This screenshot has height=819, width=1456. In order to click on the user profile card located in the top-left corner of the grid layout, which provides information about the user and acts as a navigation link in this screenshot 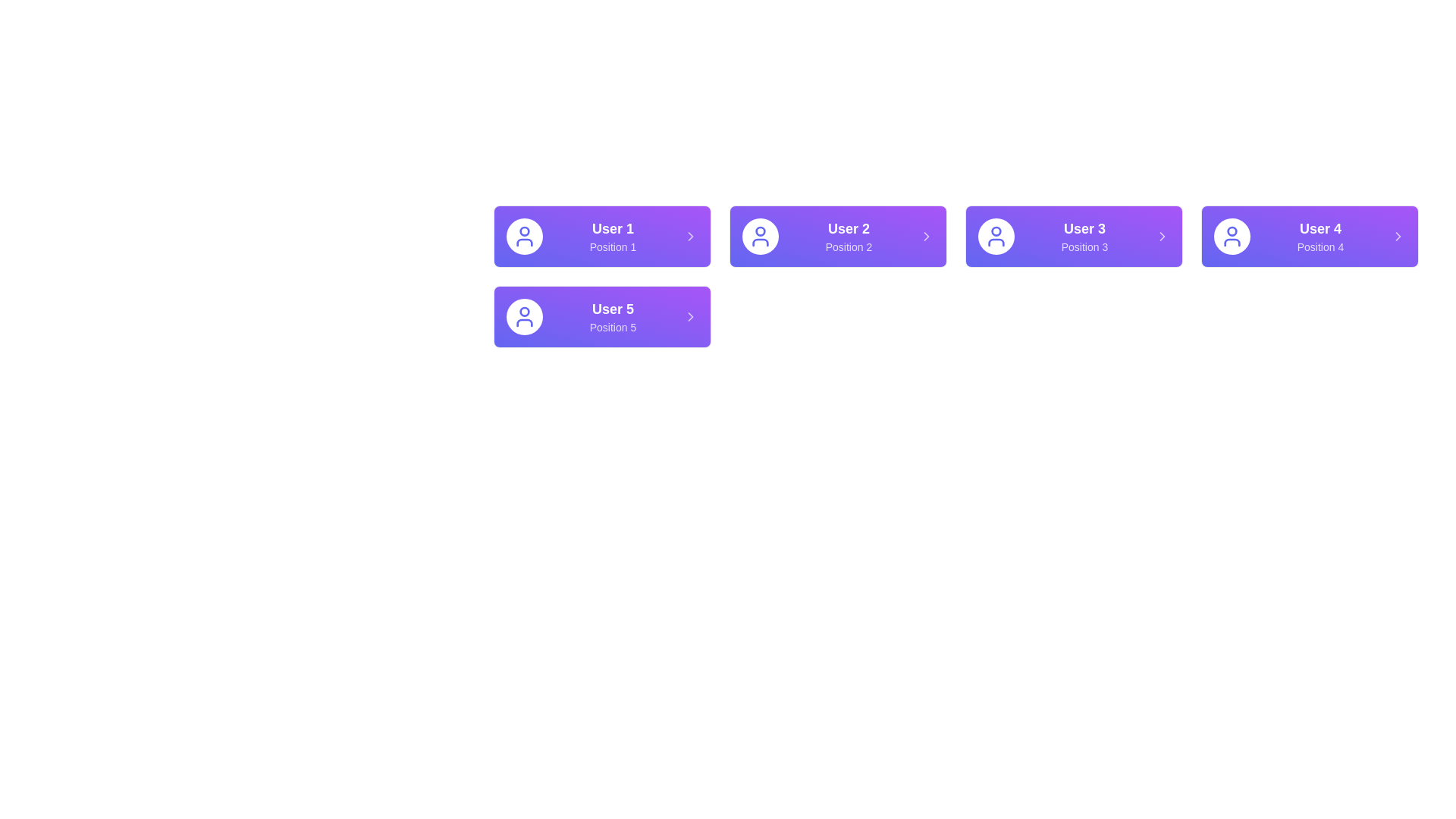, I will do `click(601, 237)`.